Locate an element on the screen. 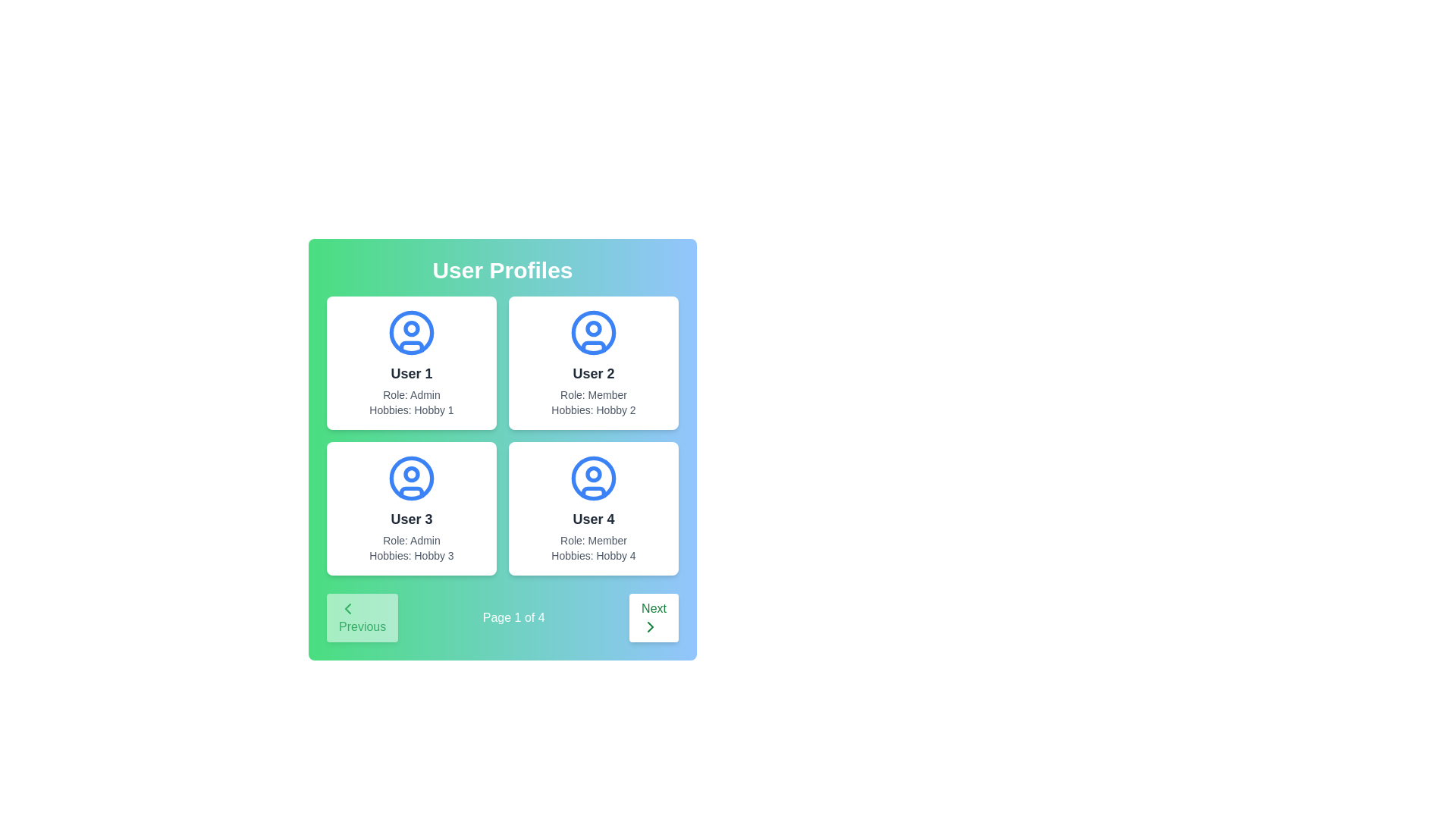  the chevron icon within the 'Previous' button is located at coordinates (347, 607).